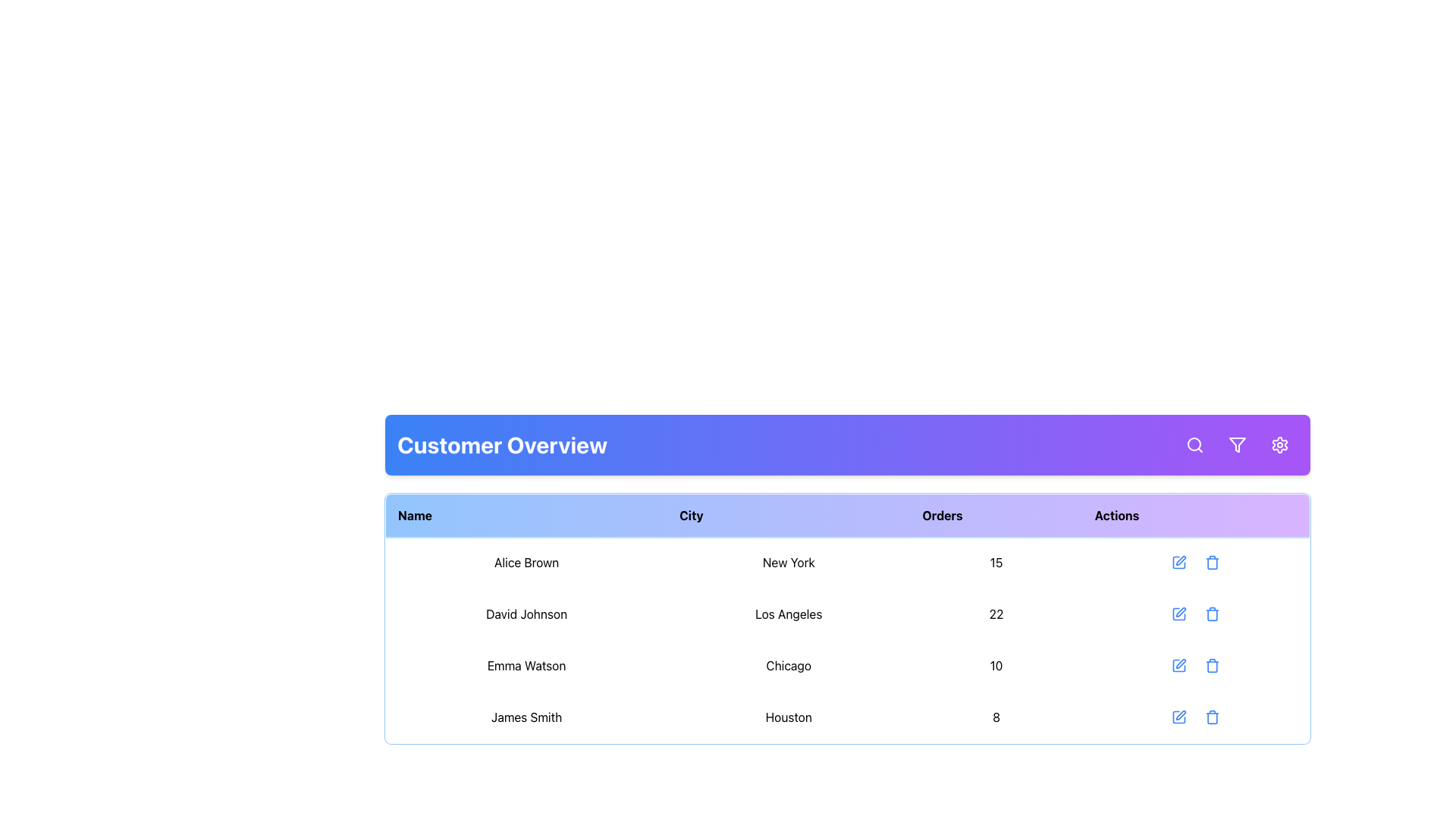 This screenshot has width=1456, height=819. I want to click on the triangular filter icon located in the top-right corner of the interface header to apply or open filter options, so click(1238, 444).